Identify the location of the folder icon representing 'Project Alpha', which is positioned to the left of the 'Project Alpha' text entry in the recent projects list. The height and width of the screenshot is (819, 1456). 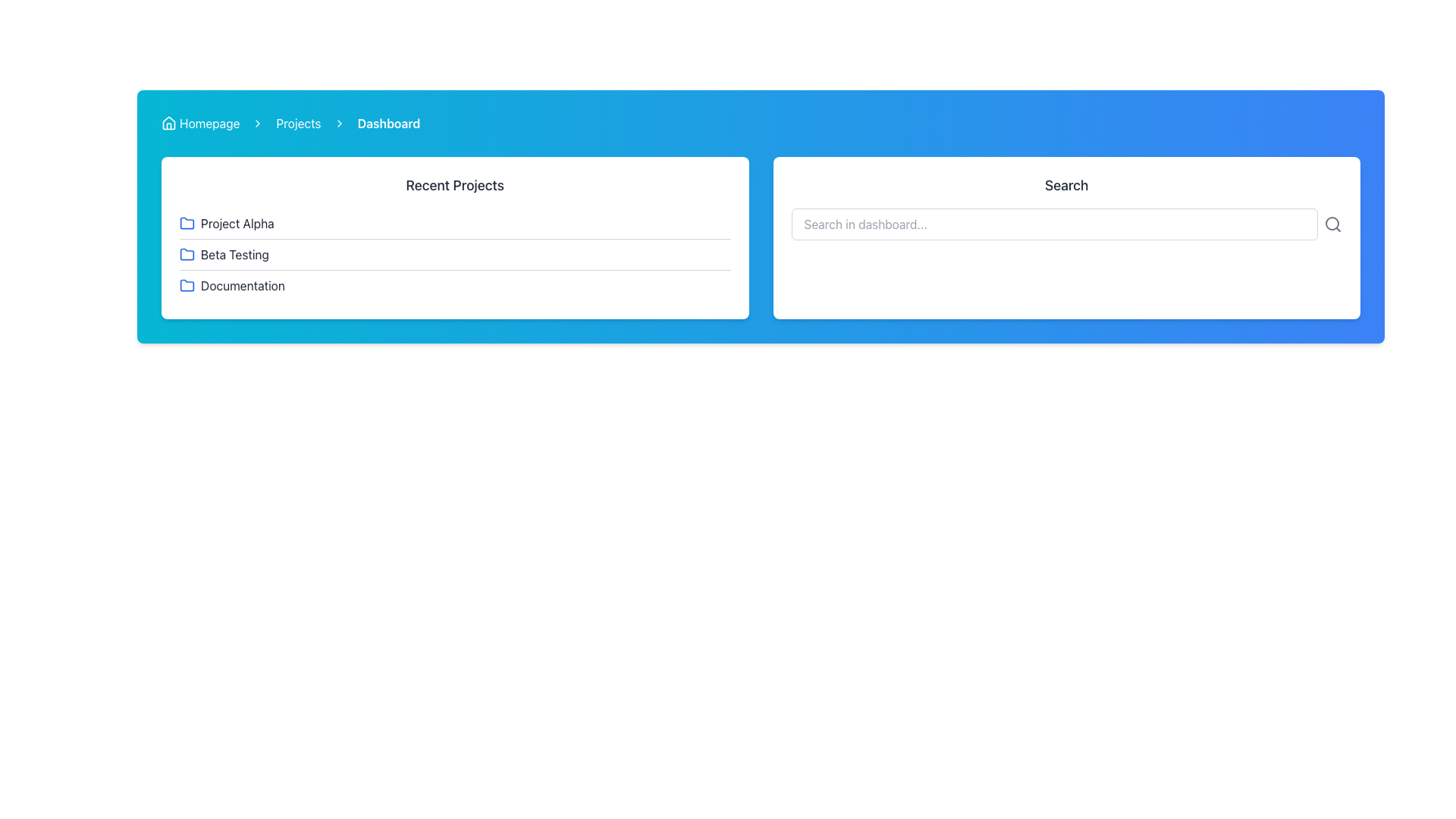
(186, 223).